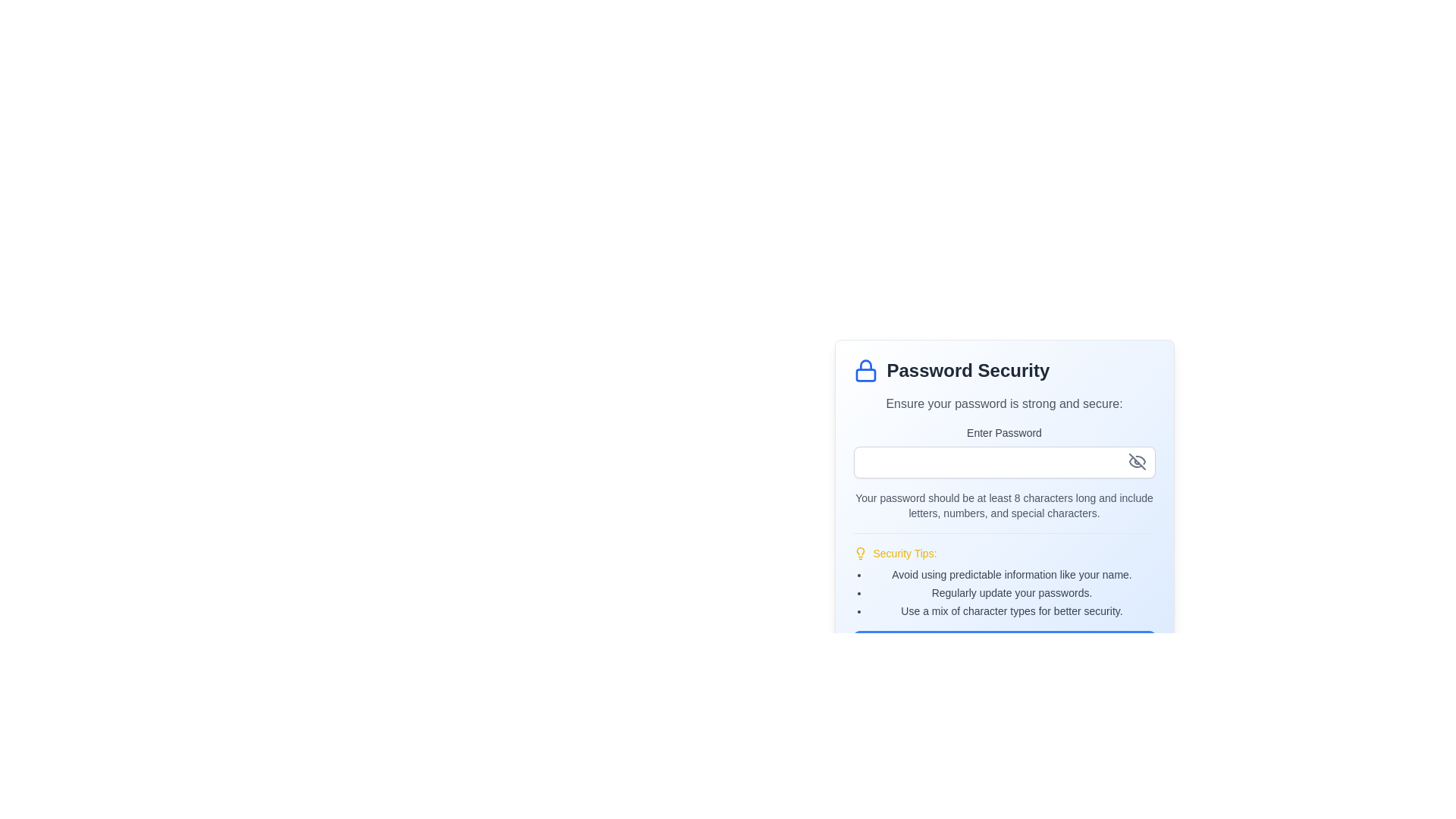 The height and width of the screenshot is (819, 1456). I want to click on tip 'Regularly update your passwords.' from the second item in the bulleted list under 'Security Tips' and implement the advice, so click(1012, 592).